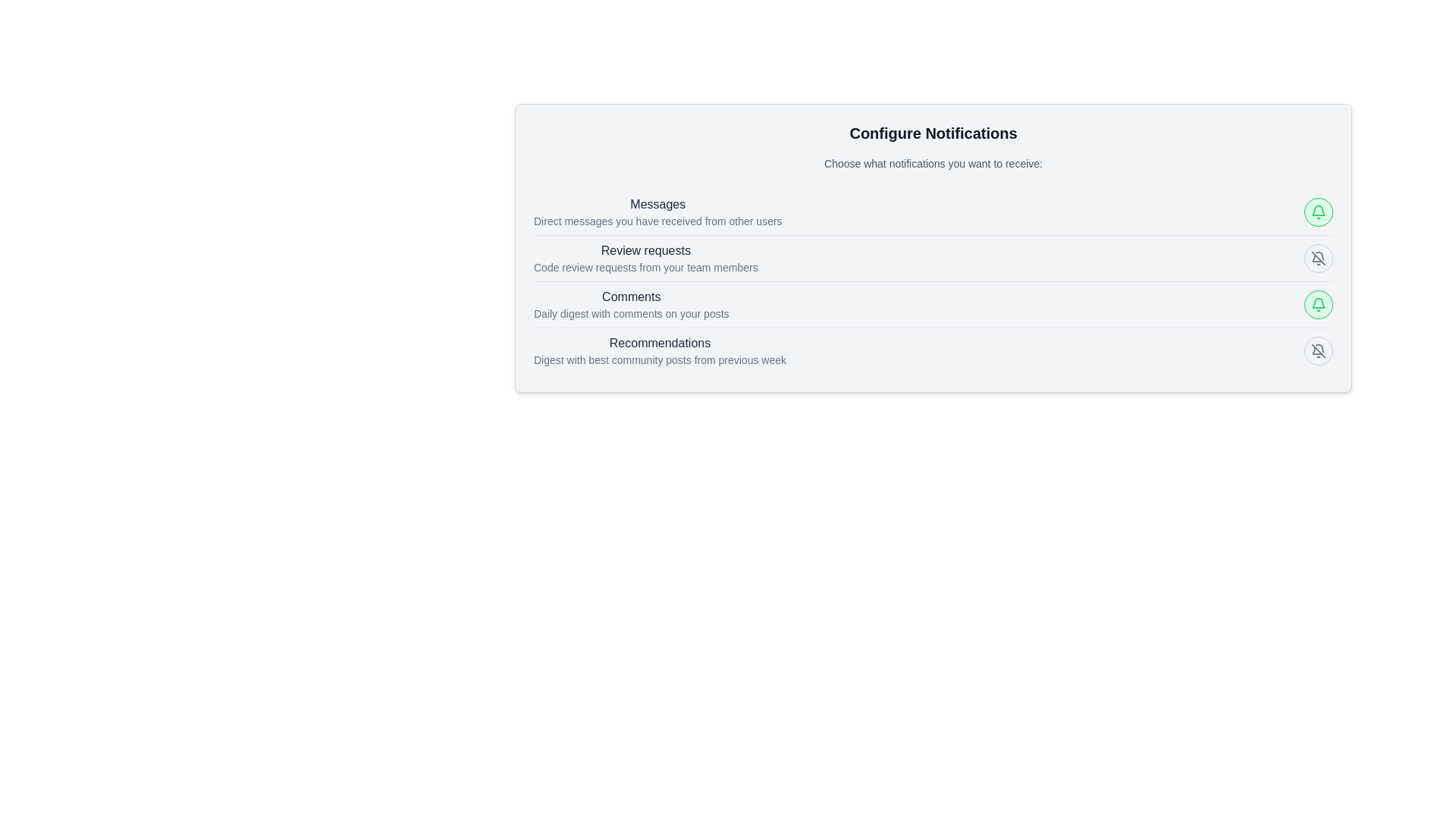 Image resolution: width=1456 pixels, height=819 pixels. What do you see at coordinates (660, 350) in the screenshot?
I see `the text block labeled 'Recommendations' which is located in the fourth row of the notification options list under 'Configure Notifications'` at bounding box center [660, 350].